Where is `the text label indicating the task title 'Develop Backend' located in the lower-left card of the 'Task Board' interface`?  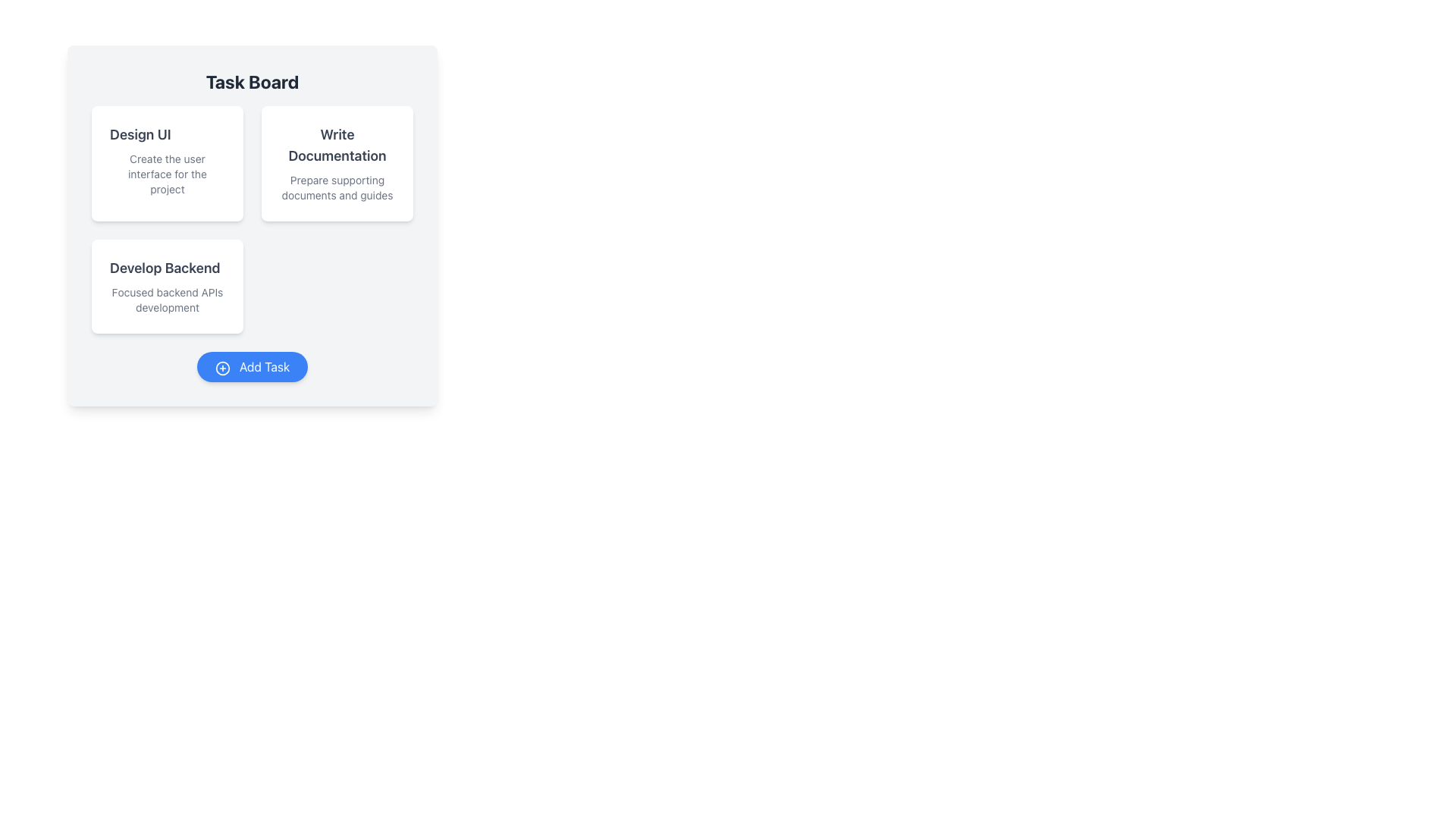
the text label indicating the task title 'Develop Backend' located in the lower-left card of the 'Task Board' interface is located at coordinates (165, 268).